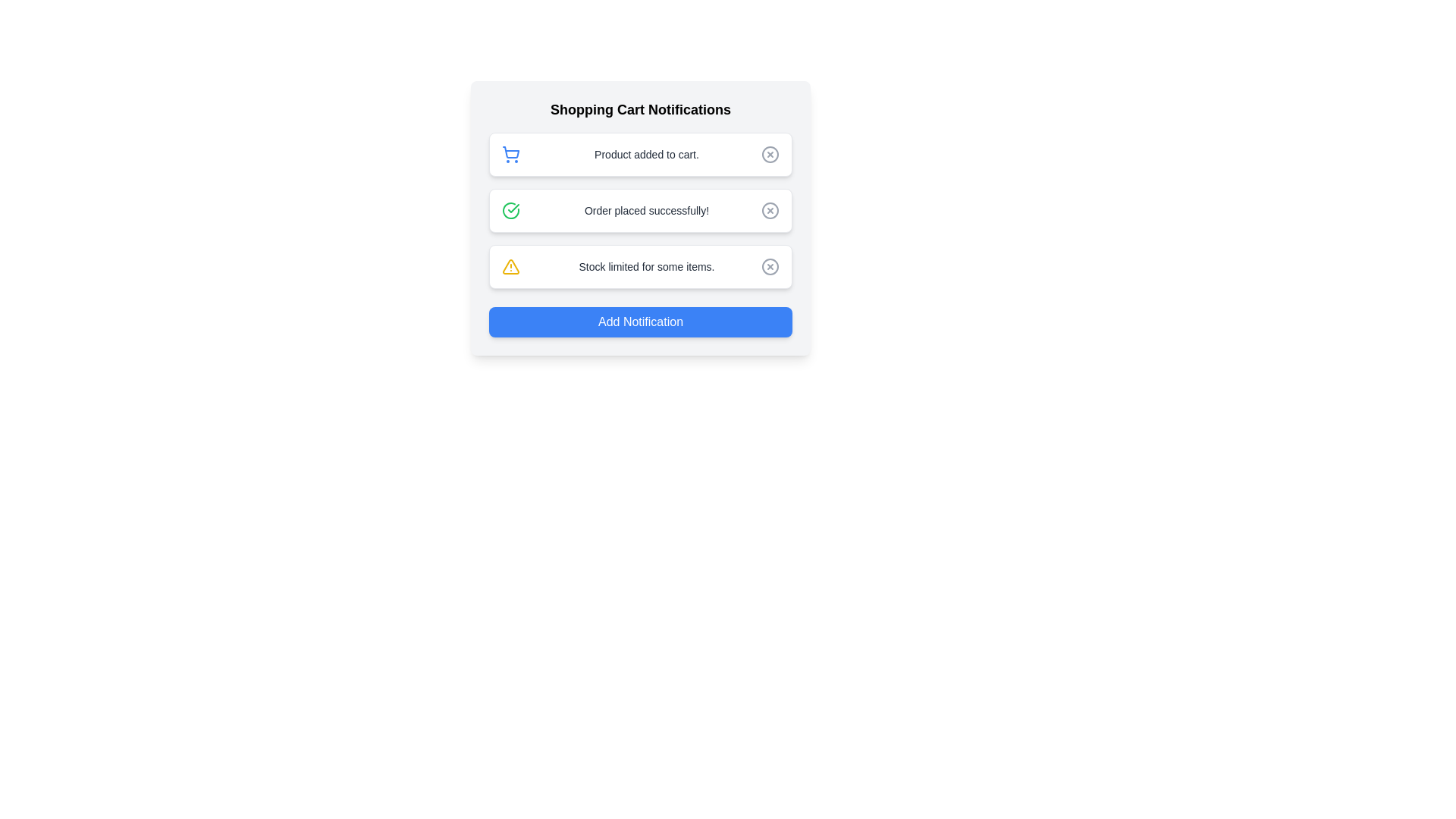 This screenshot has height=819, width=1456. I want to click on the Notification toast that informs the user a product has been successfully added to the shopping cart, positioned under 'Shopping Cart Notifications', so click(640, 155).